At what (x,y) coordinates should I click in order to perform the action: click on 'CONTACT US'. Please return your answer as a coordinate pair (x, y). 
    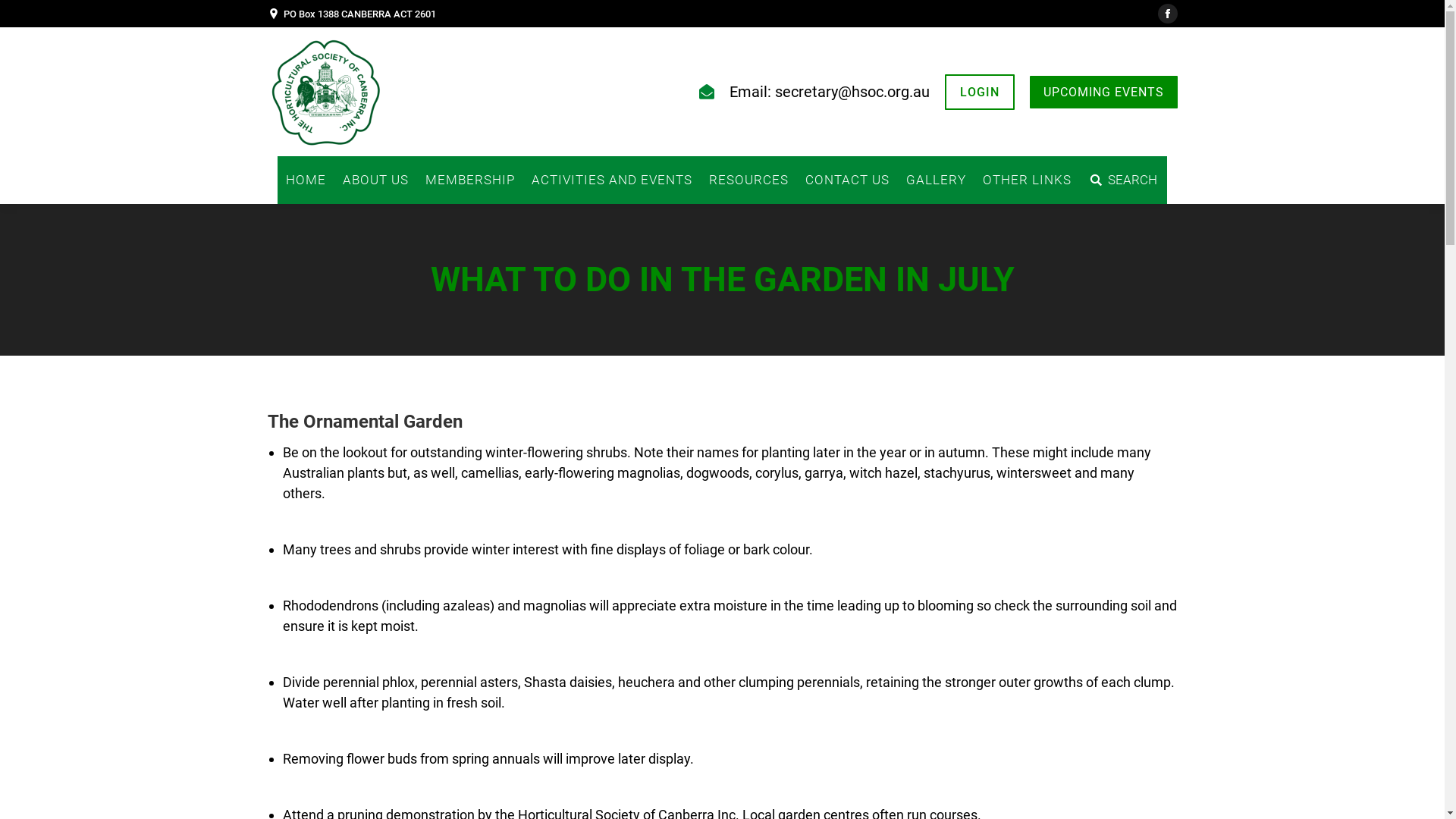
    Looking at the image, I should click on (796, 179).